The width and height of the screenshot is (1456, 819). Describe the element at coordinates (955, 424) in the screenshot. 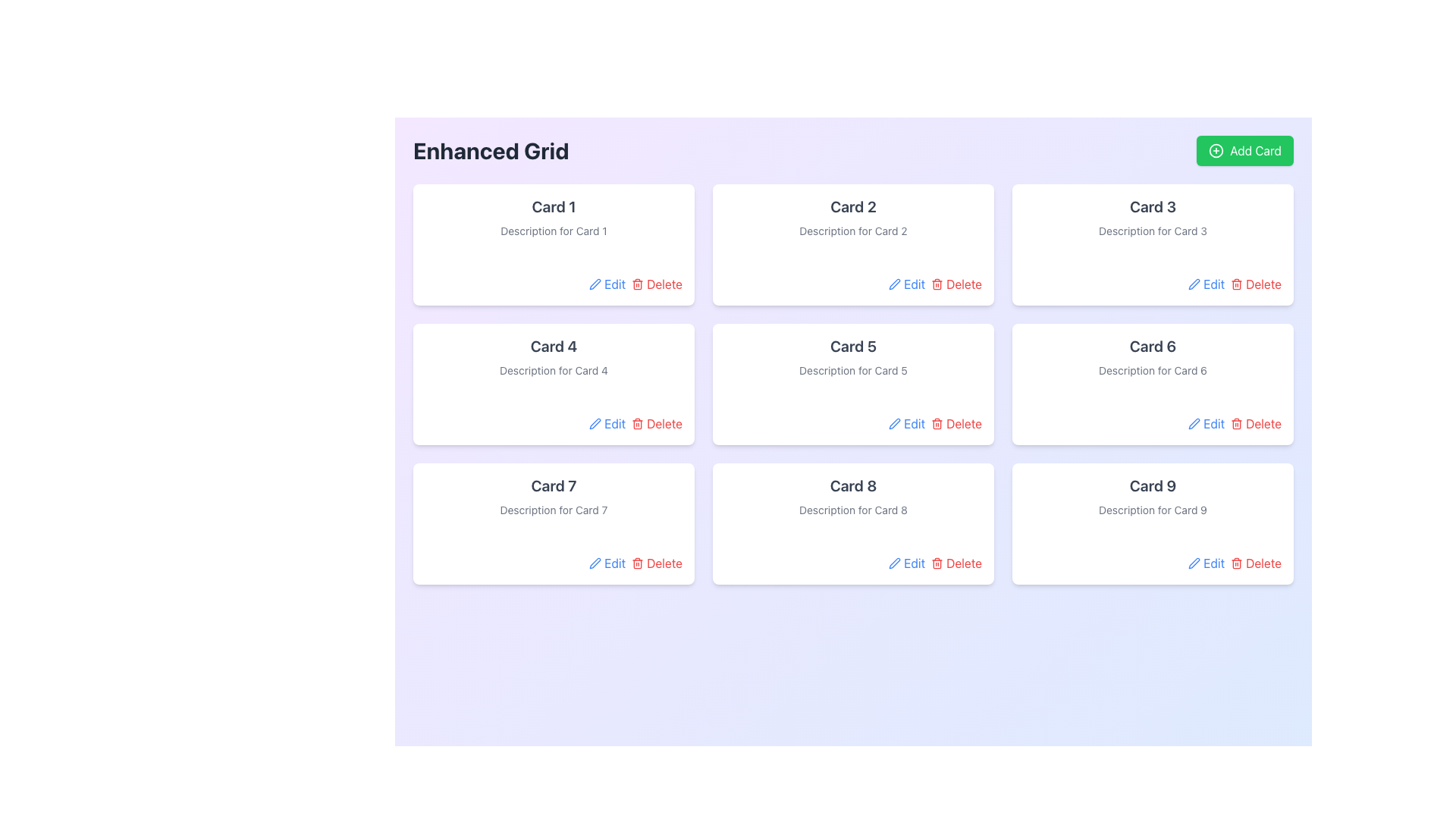

I see `the delete button located in the bottom right corner of 'Card 5'` at that location.